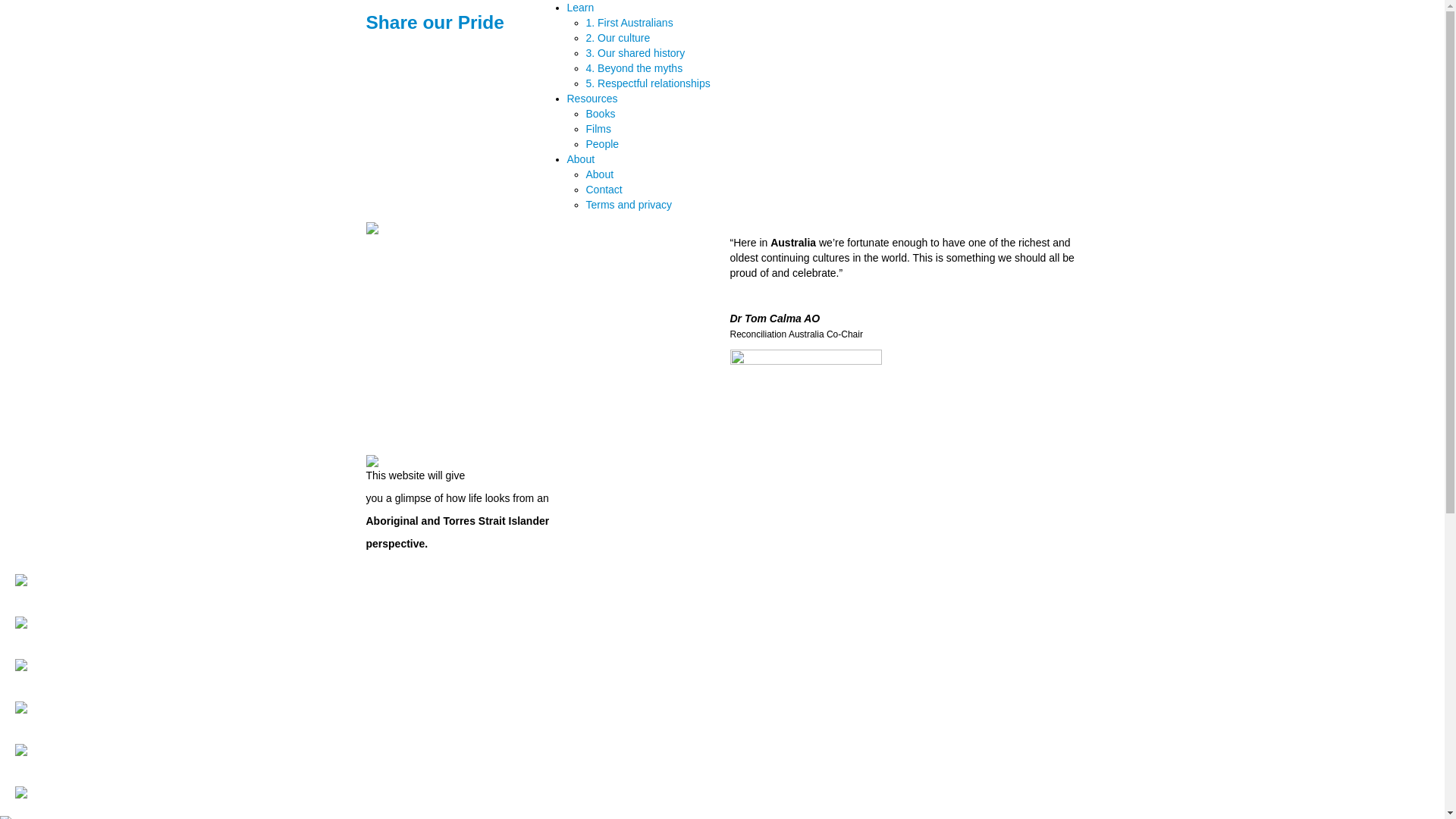 The image size is (1456, 819). I want to click on 'Learn', so click(580, 8).